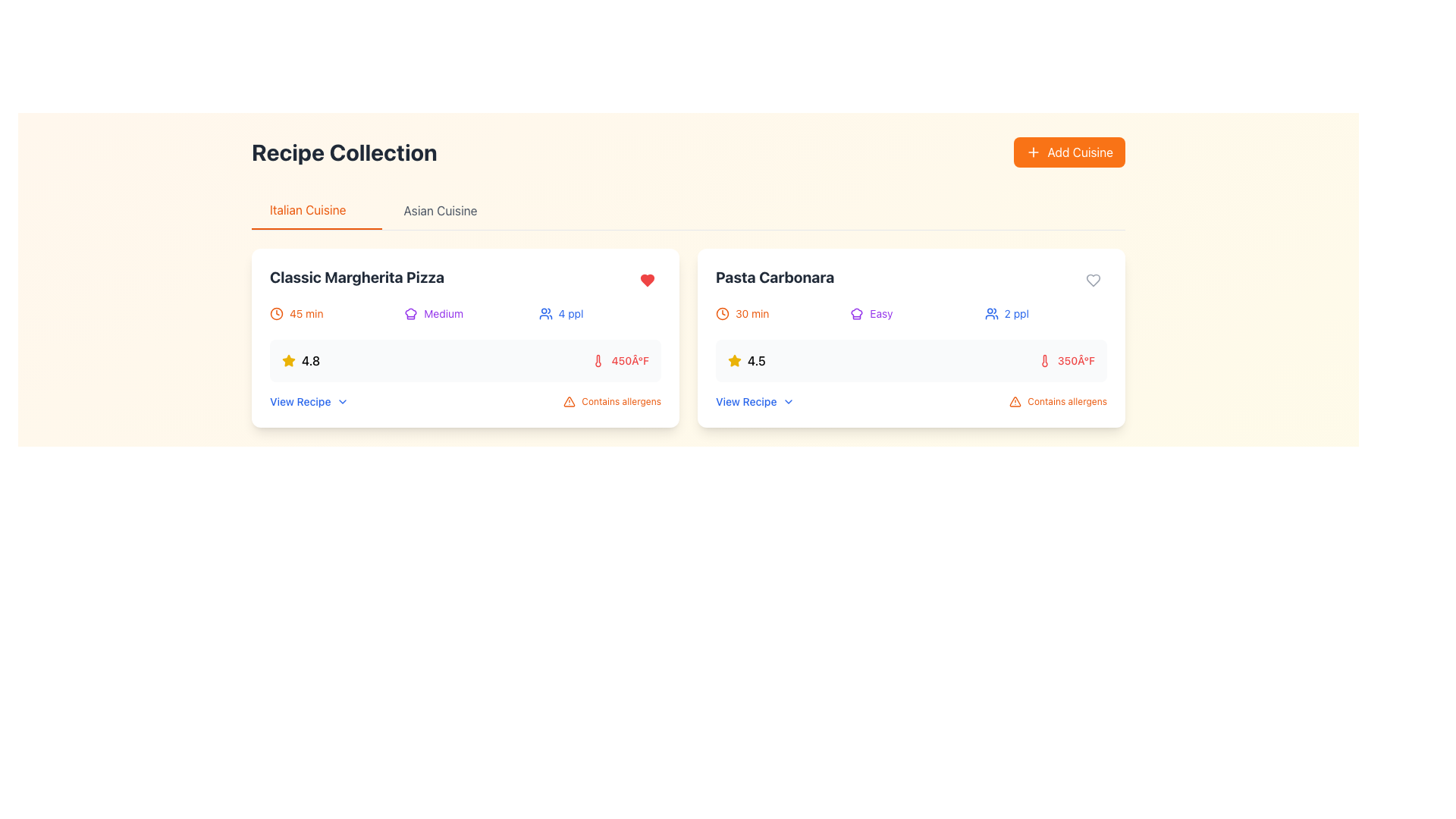  I want to click on the text label displaying '45 min', which indicates the cooking time for the recipe and is styled in orange, located near the top-left of the recipe card for 'Classic Margherita Pizza', so click(306, 312).